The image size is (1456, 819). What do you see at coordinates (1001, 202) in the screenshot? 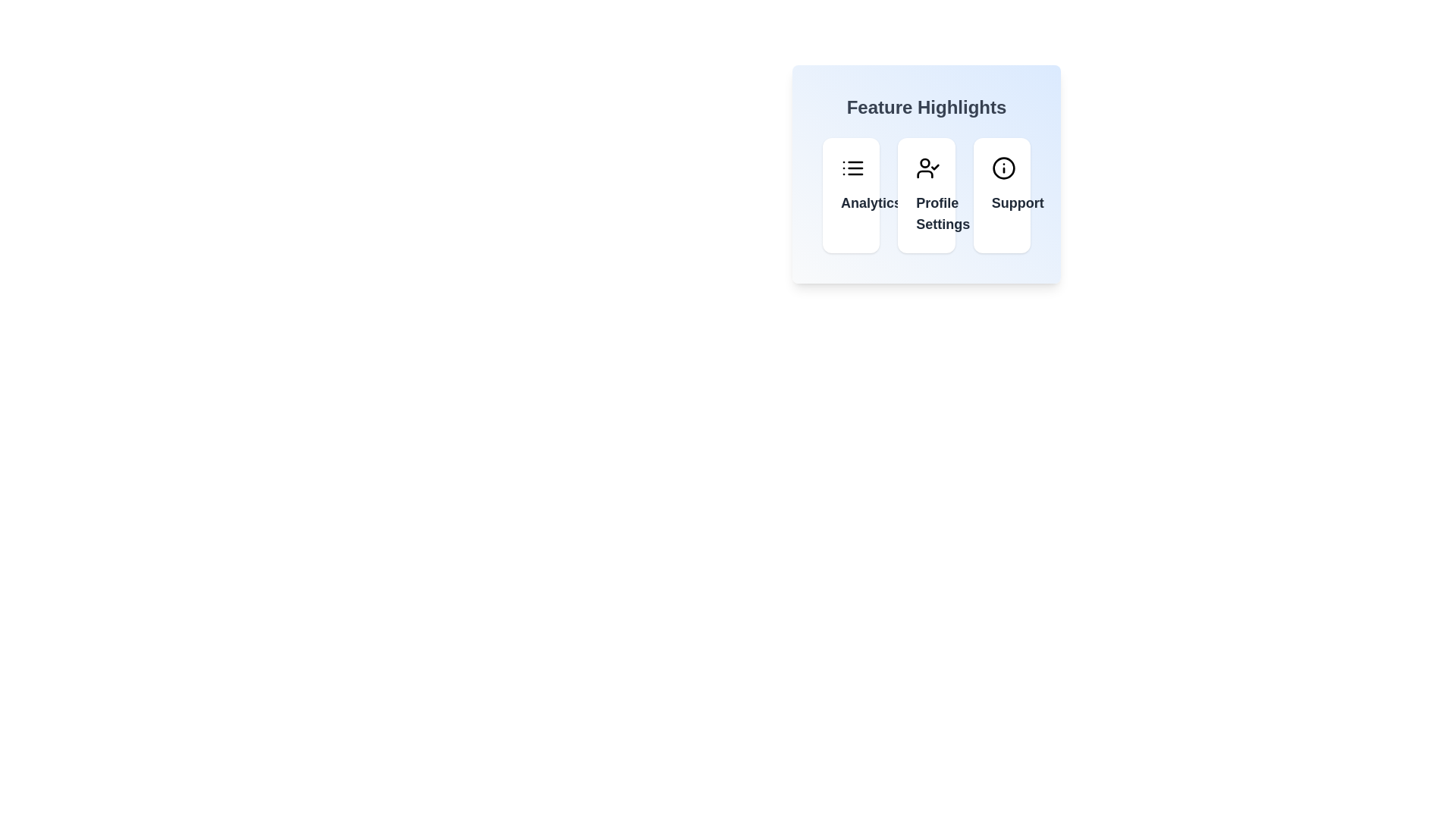
I see `the 'Support' button located in the third position from left to right under the 'Feature Highlights' header` at bounding box center [1001, 202].